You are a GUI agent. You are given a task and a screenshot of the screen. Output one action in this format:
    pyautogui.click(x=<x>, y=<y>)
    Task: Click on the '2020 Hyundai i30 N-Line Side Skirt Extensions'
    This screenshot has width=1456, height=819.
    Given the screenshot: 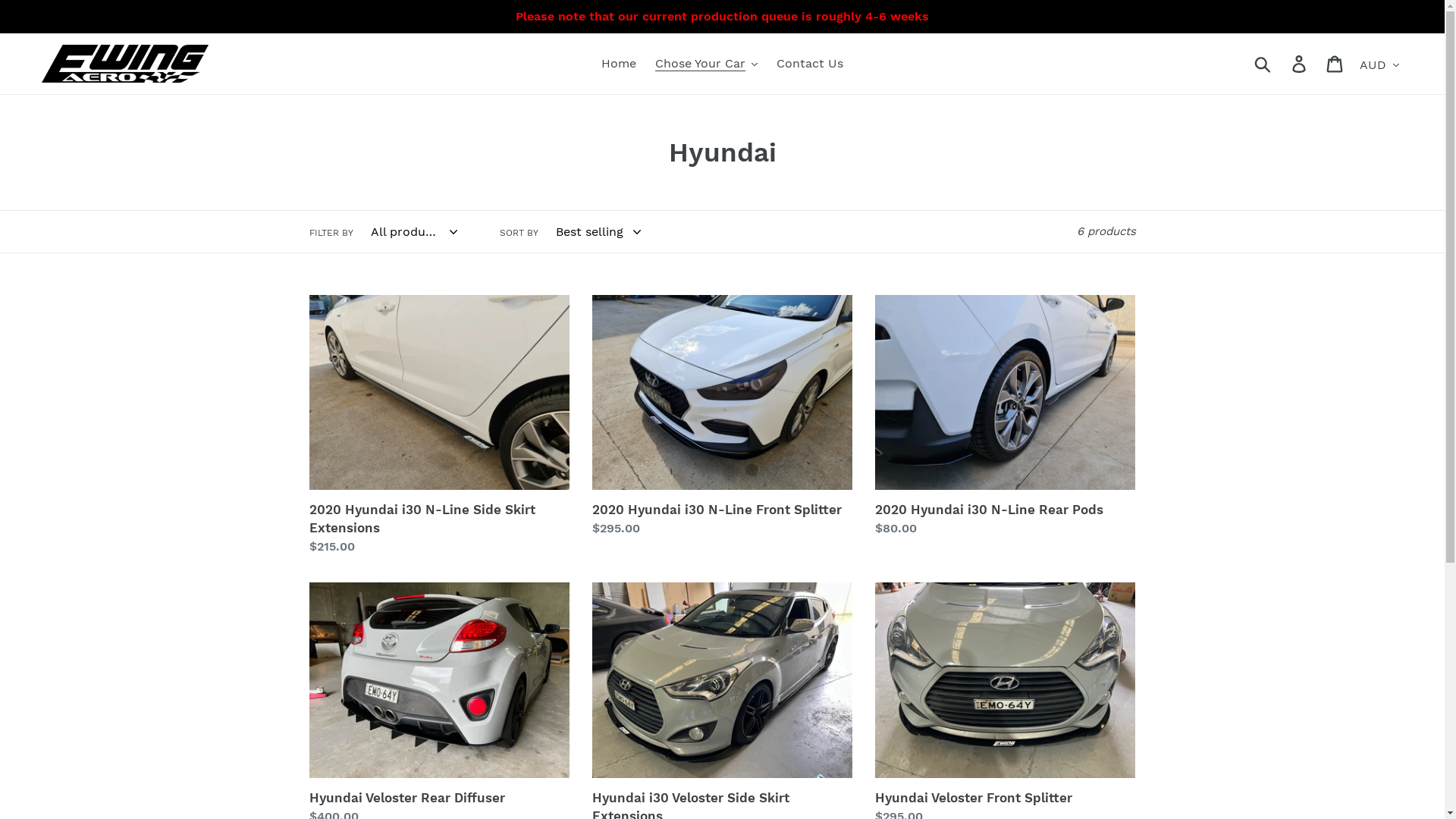 What is the action you would take?
    pyautogui.click(x=438, y=425)
    